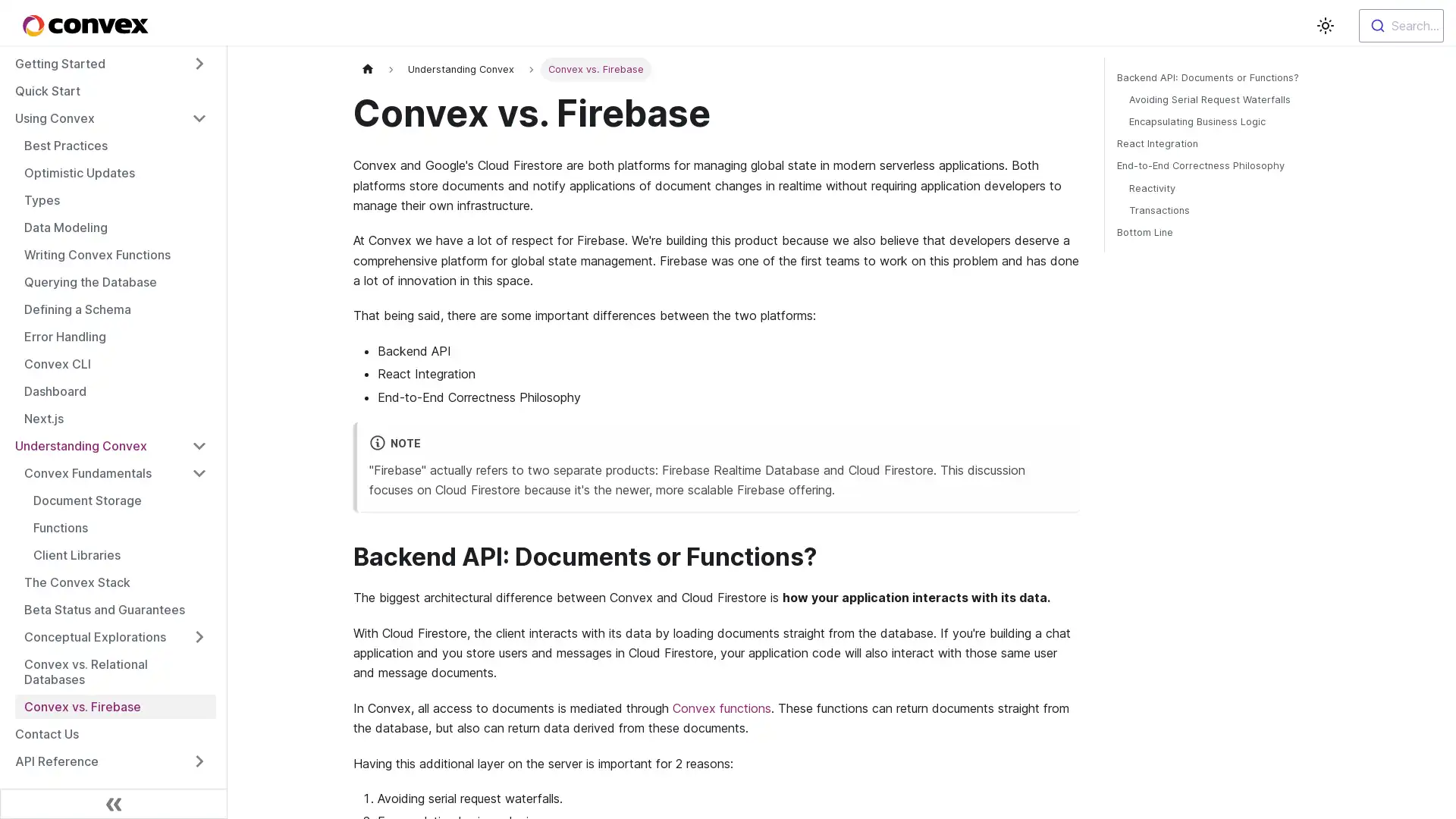 The image size is (1456, 819). What do you see at coordinates (199, 472) in the screenshot?
I see `Toggle the collapsible sidebar category 'Convex Fundamentals'` at bounding box center [199, 472].